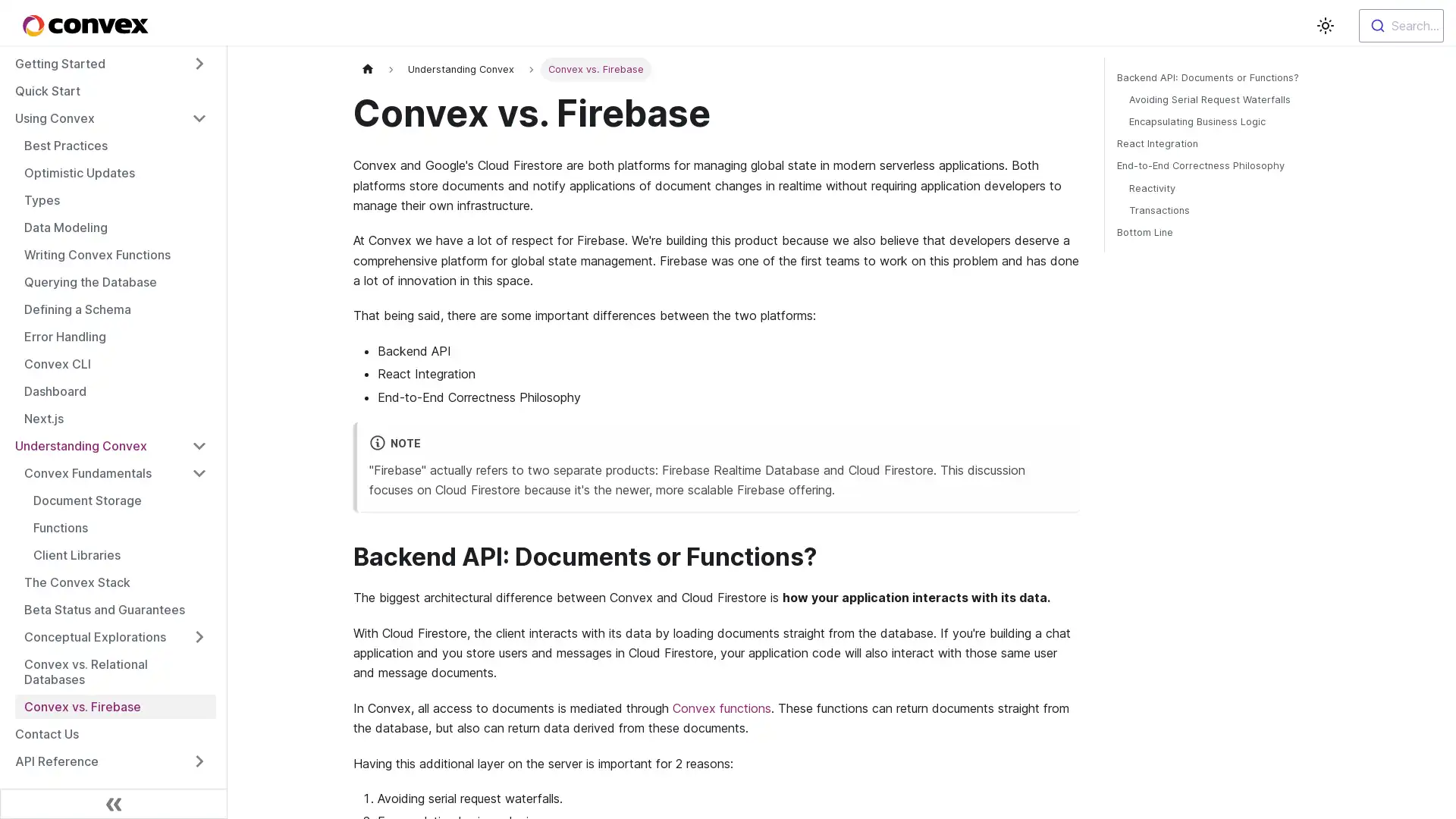 The image size is (1456, 819). What do you see at coordinates (199, 472) in the screenshot?
I see `Toggle the collapsible sidebar category 'Convex Fundamentals'` at bounding box center [199, 472].